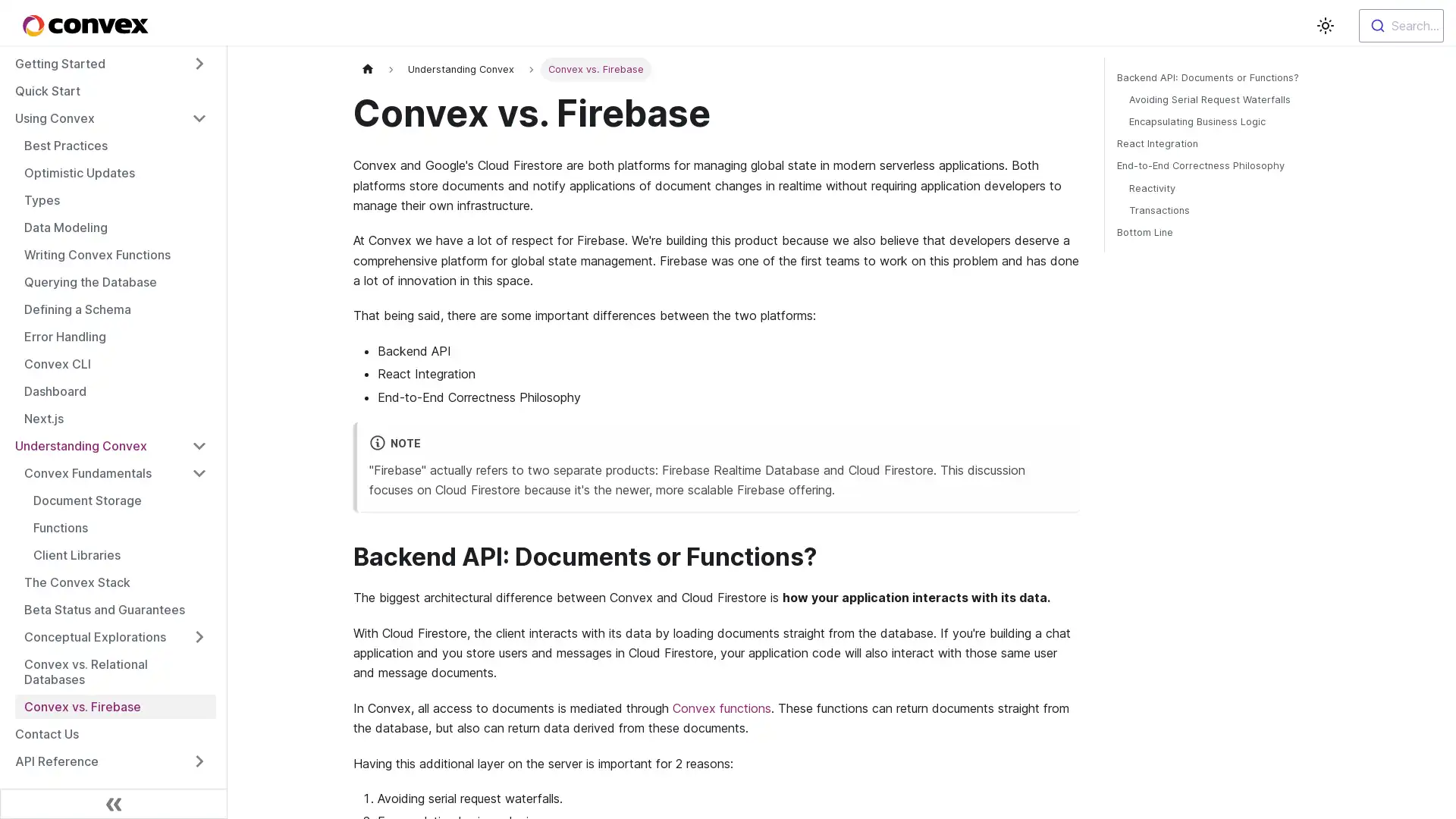 The image size is (1456, 819). What do you see at coordinates (199, 472) in the screenshot?
I see `Toggle the collapsible sidebar category 'Convex Fundamentals'` at bounding box center [199, 472].